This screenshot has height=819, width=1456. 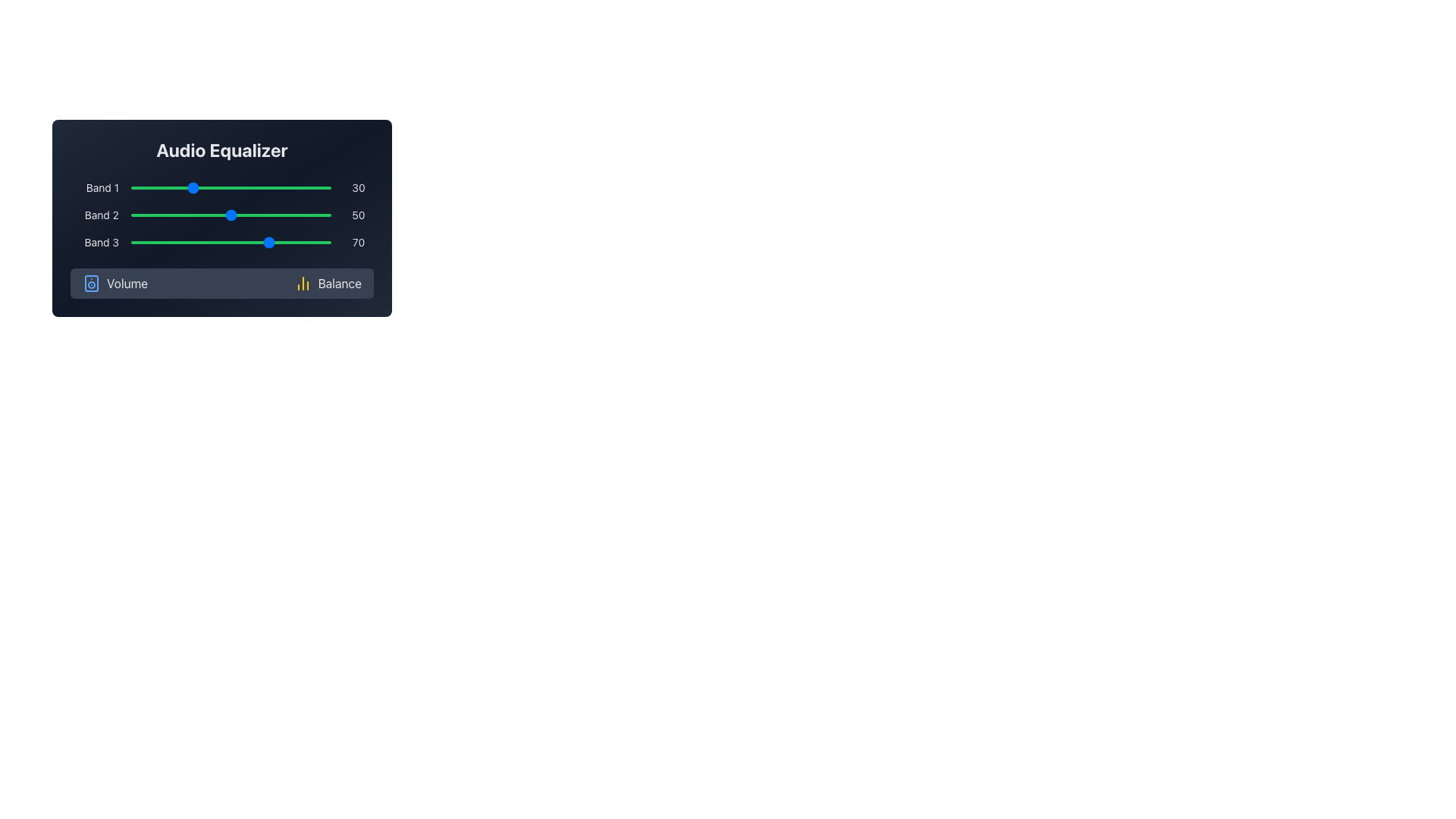 I want to click on the text label that identifies the function of the adjacent slider for 'Band 1' in the Audio Equalizer section, so click(x=93, y=187).